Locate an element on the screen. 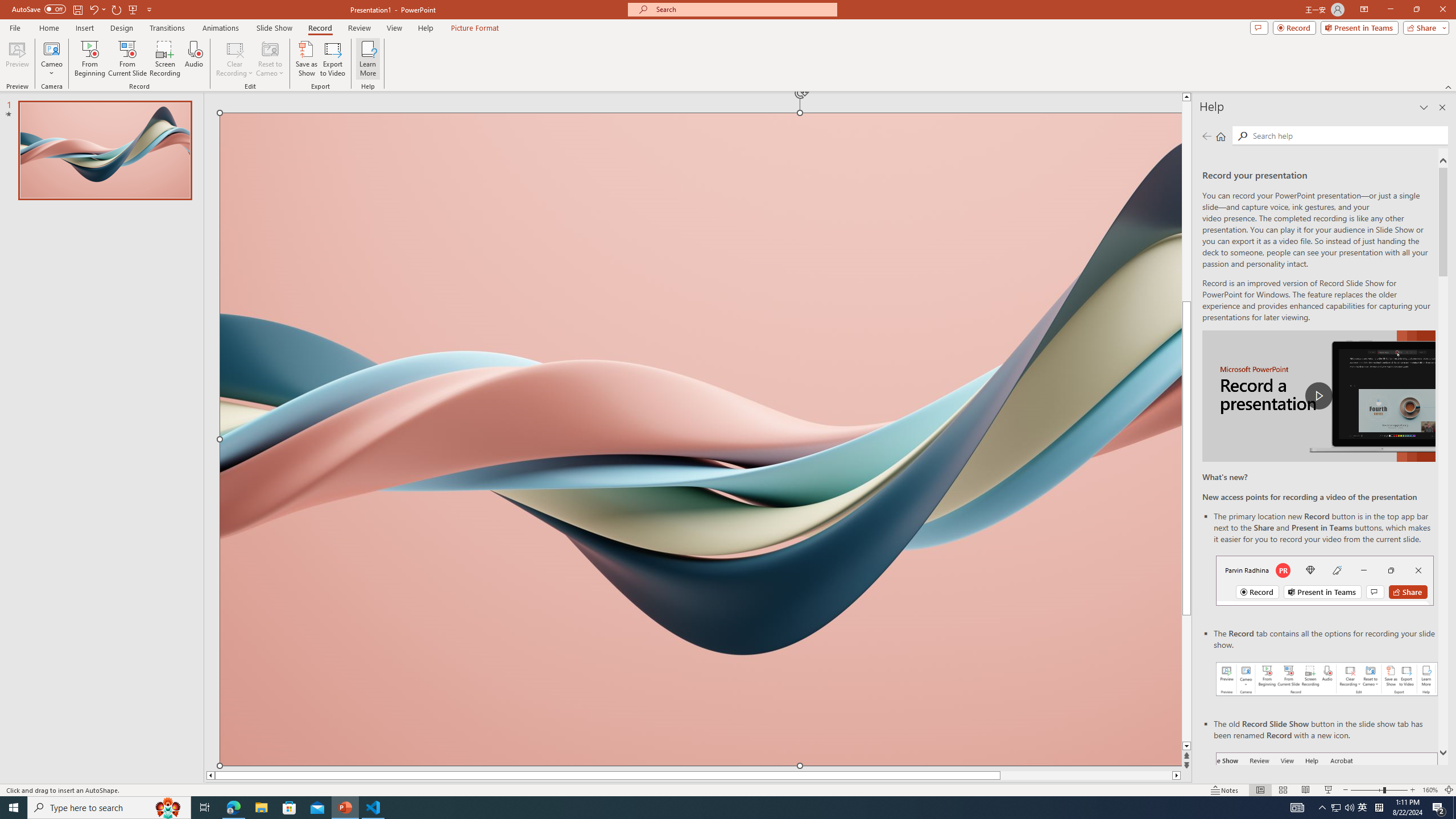 This screenshot has height=819, width=1456. 'From Current Slide...' is located at coordinates (127, 59).